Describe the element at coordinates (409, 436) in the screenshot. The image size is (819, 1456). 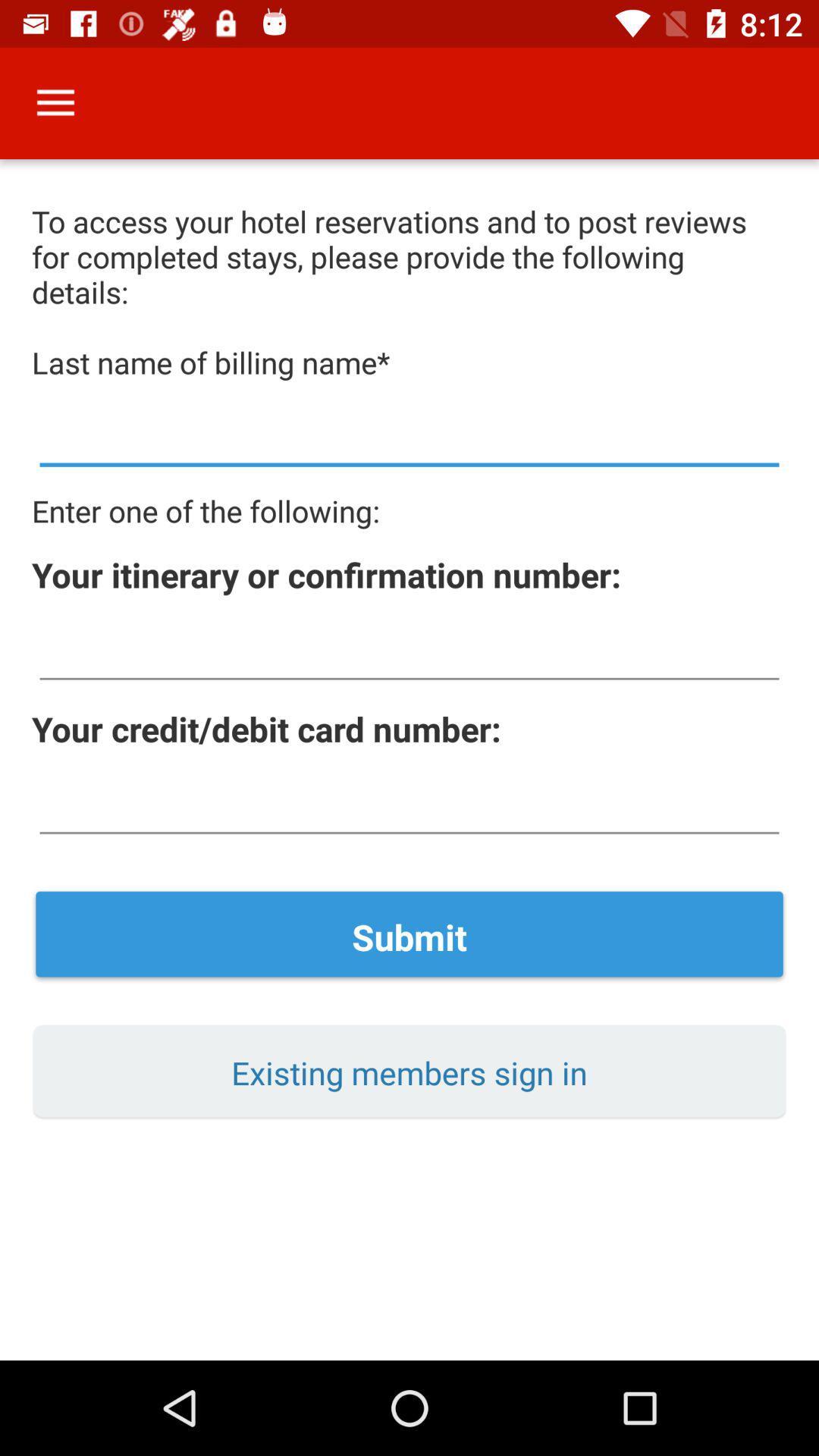
I see `the billing name surname here` at that location.